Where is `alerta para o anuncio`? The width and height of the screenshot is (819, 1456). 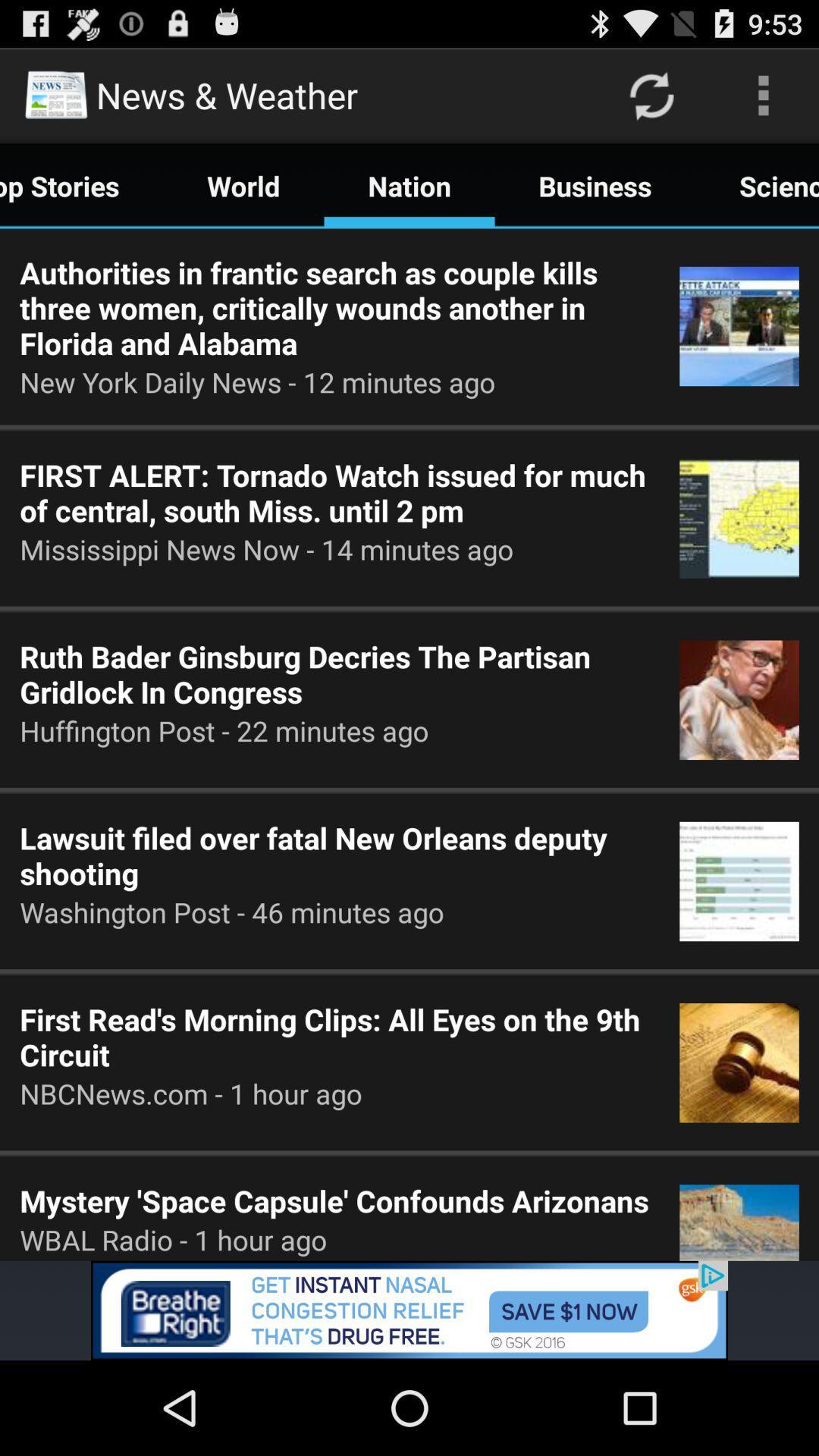 alerta para o anuncio is located at coordinates (409, 1310).